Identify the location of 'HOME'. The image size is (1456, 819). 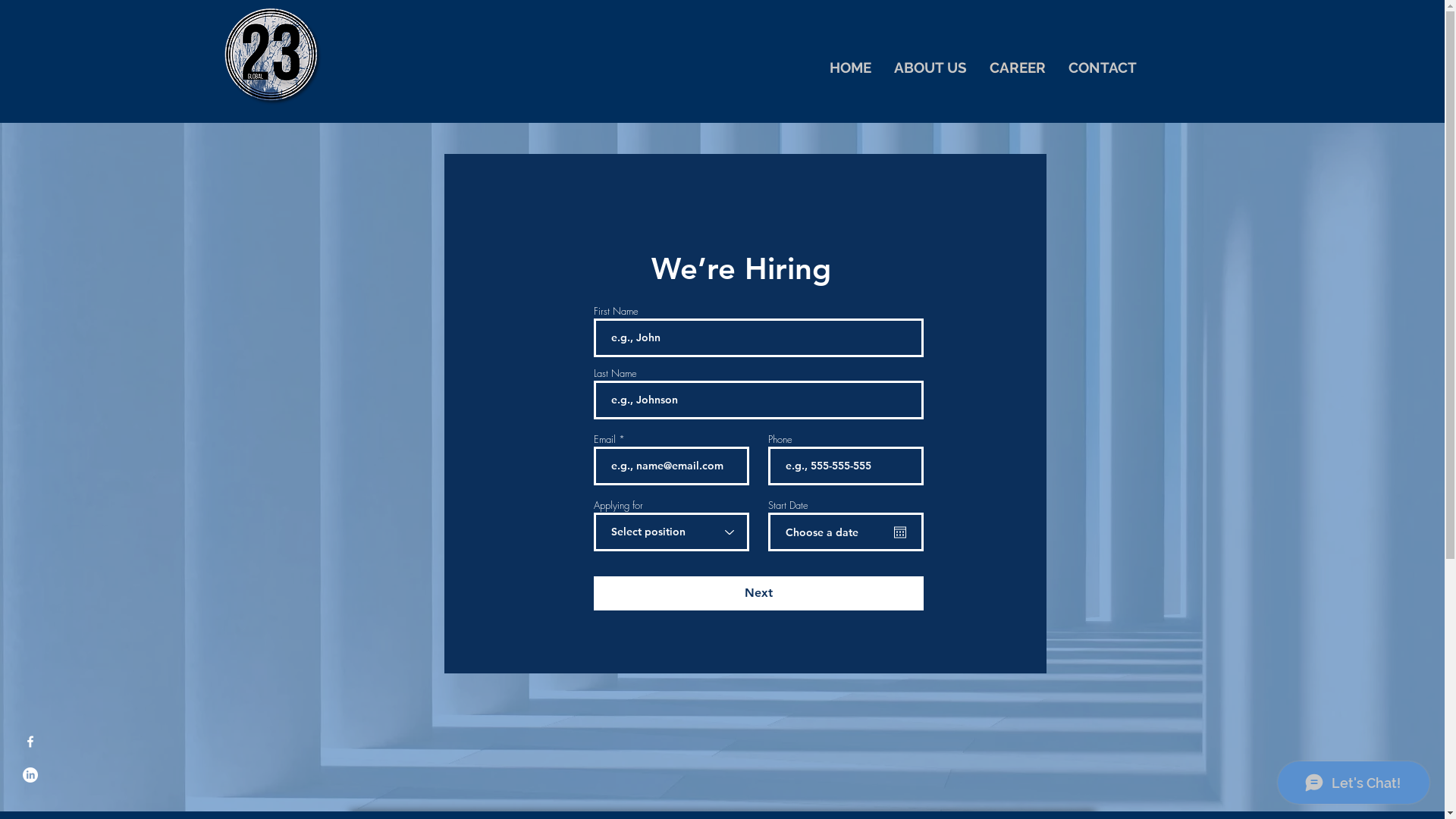
(849, 66).